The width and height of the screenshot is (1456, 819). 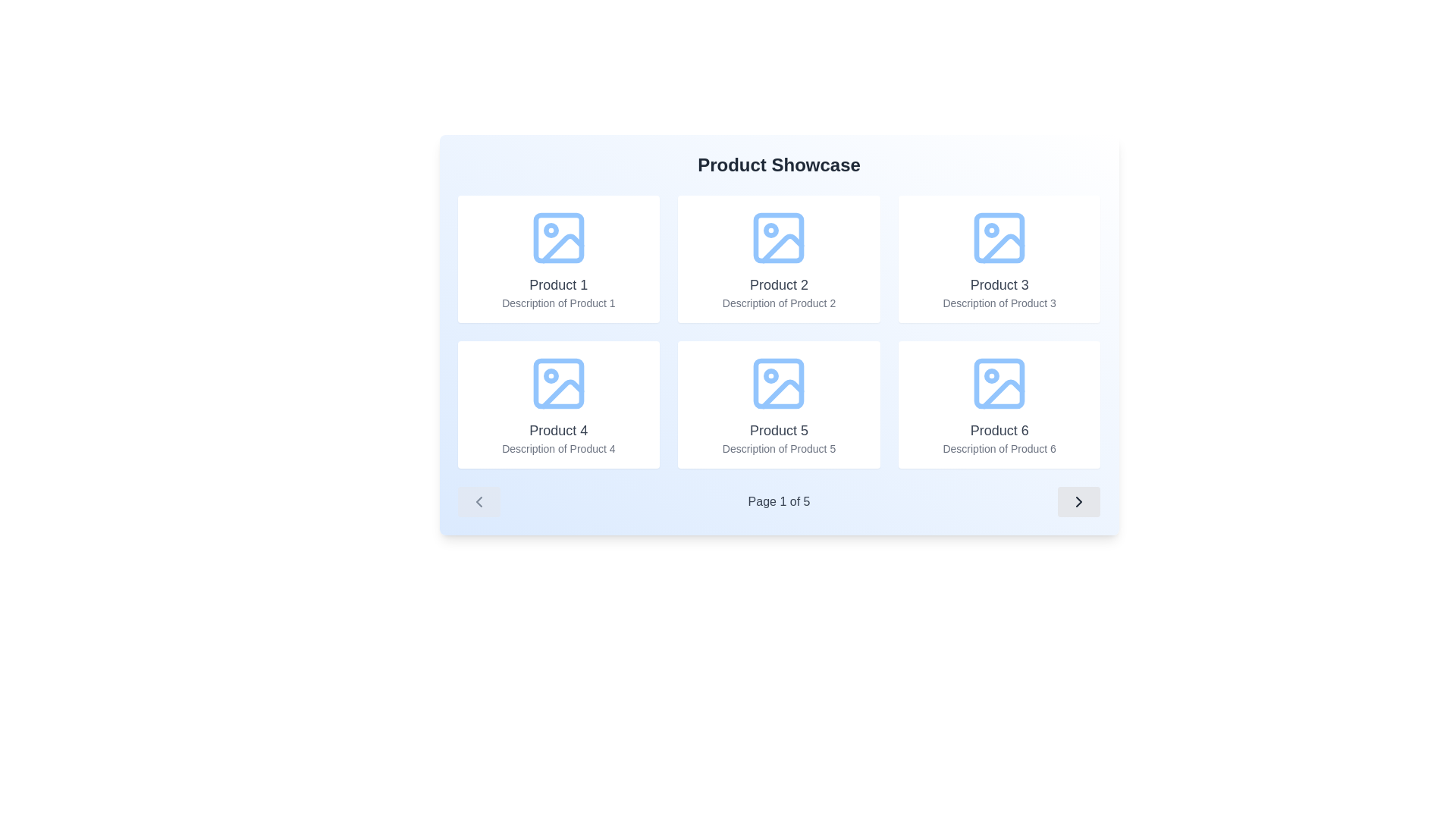 I want to click on the leftward-pointing chevron icon used for back navigation located on the far left side of the pagination section, so click(x=478, y=502).